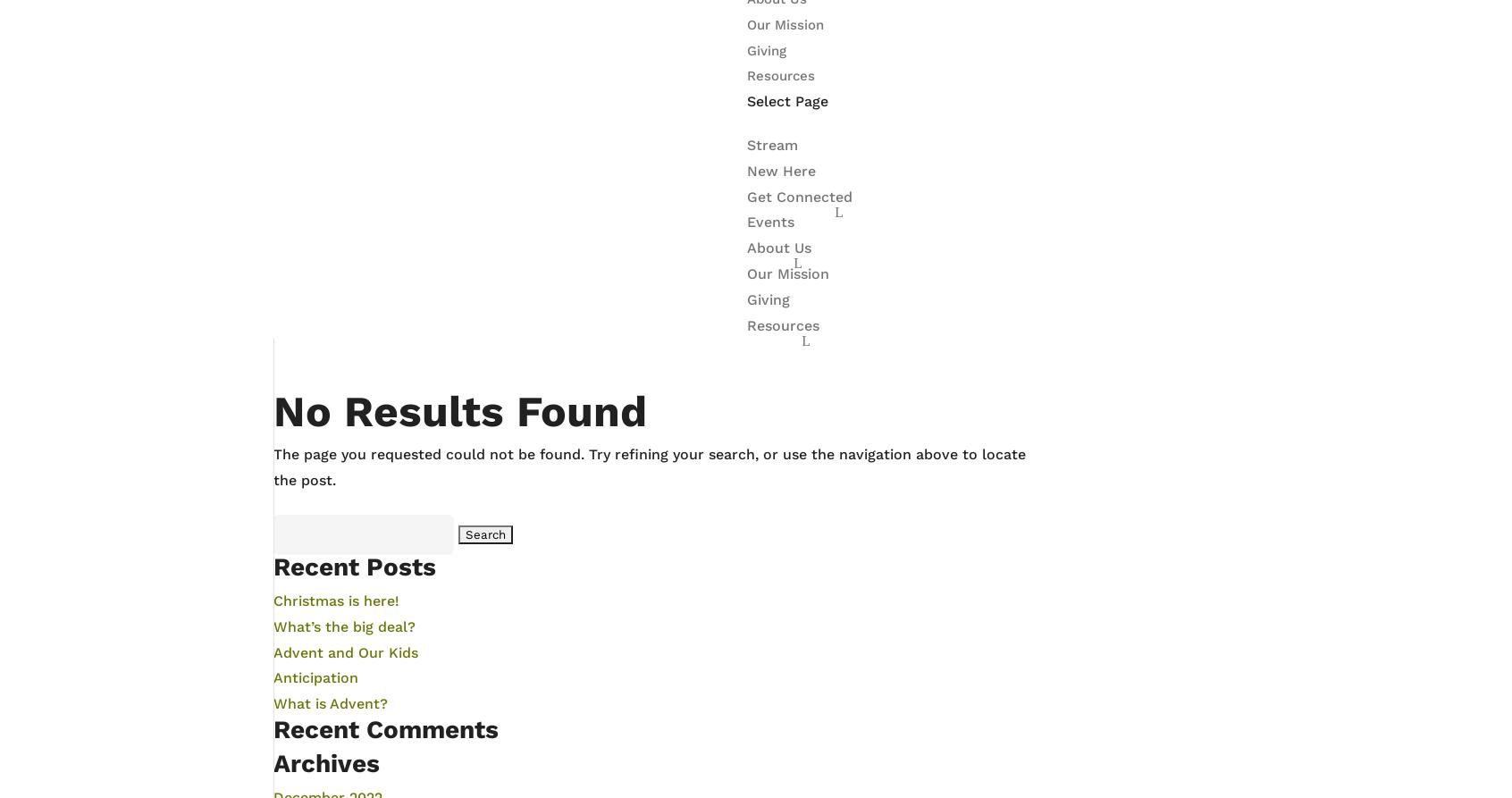 This screenshot has width=1512, height=798. What do you see at coordinates (273, 651) in the screenshot?
I see `'Advent and Our Kids'` at bounding box center [273, 651].